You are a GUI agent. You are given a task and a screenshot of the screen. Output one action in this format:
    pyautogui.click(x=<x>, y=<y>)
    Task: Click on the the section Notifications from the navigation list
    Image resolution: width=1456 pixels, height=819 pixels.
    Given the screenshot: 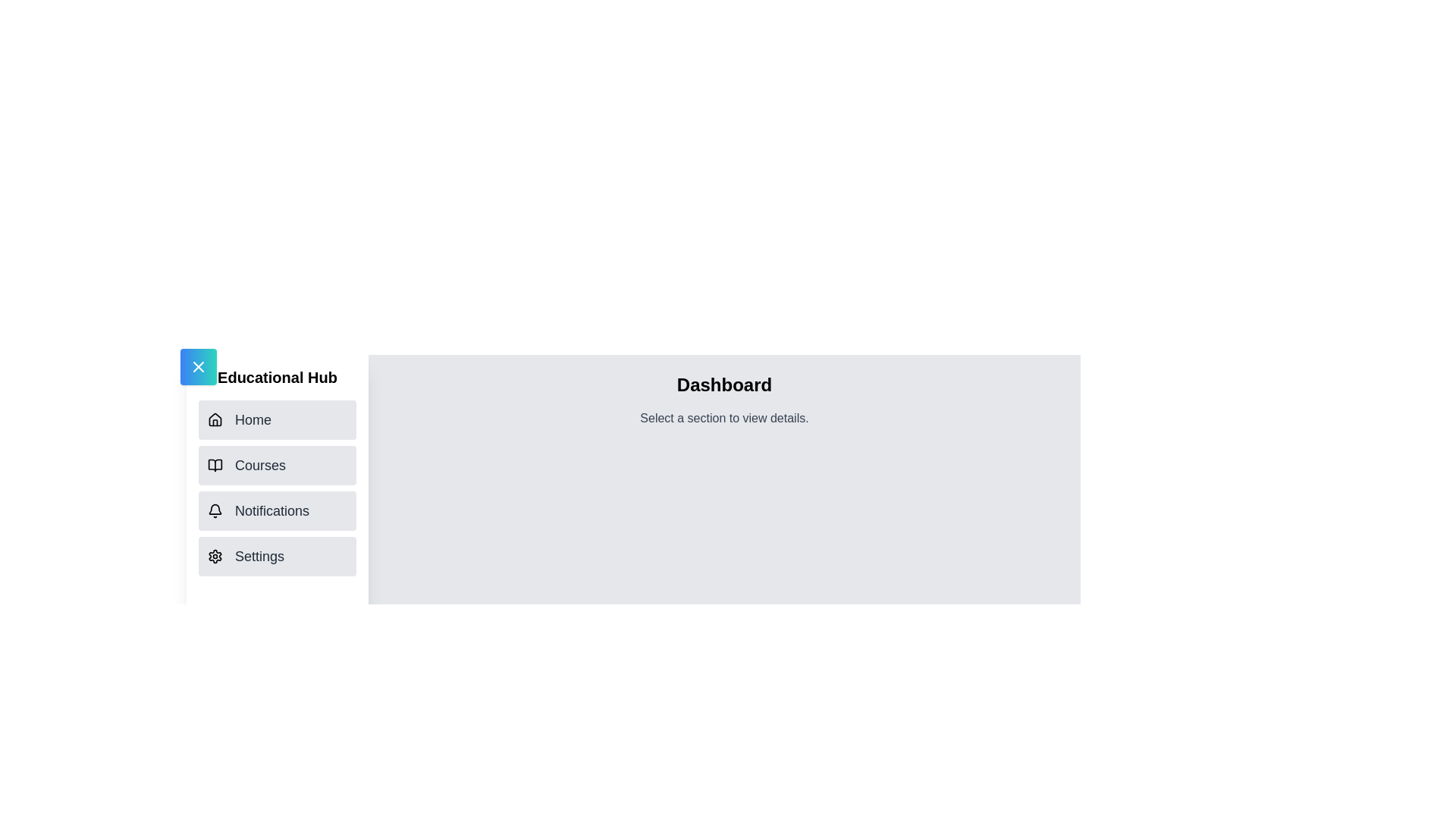 What is the action you would take?
    pyautogui.click(x=277, y=511)
    